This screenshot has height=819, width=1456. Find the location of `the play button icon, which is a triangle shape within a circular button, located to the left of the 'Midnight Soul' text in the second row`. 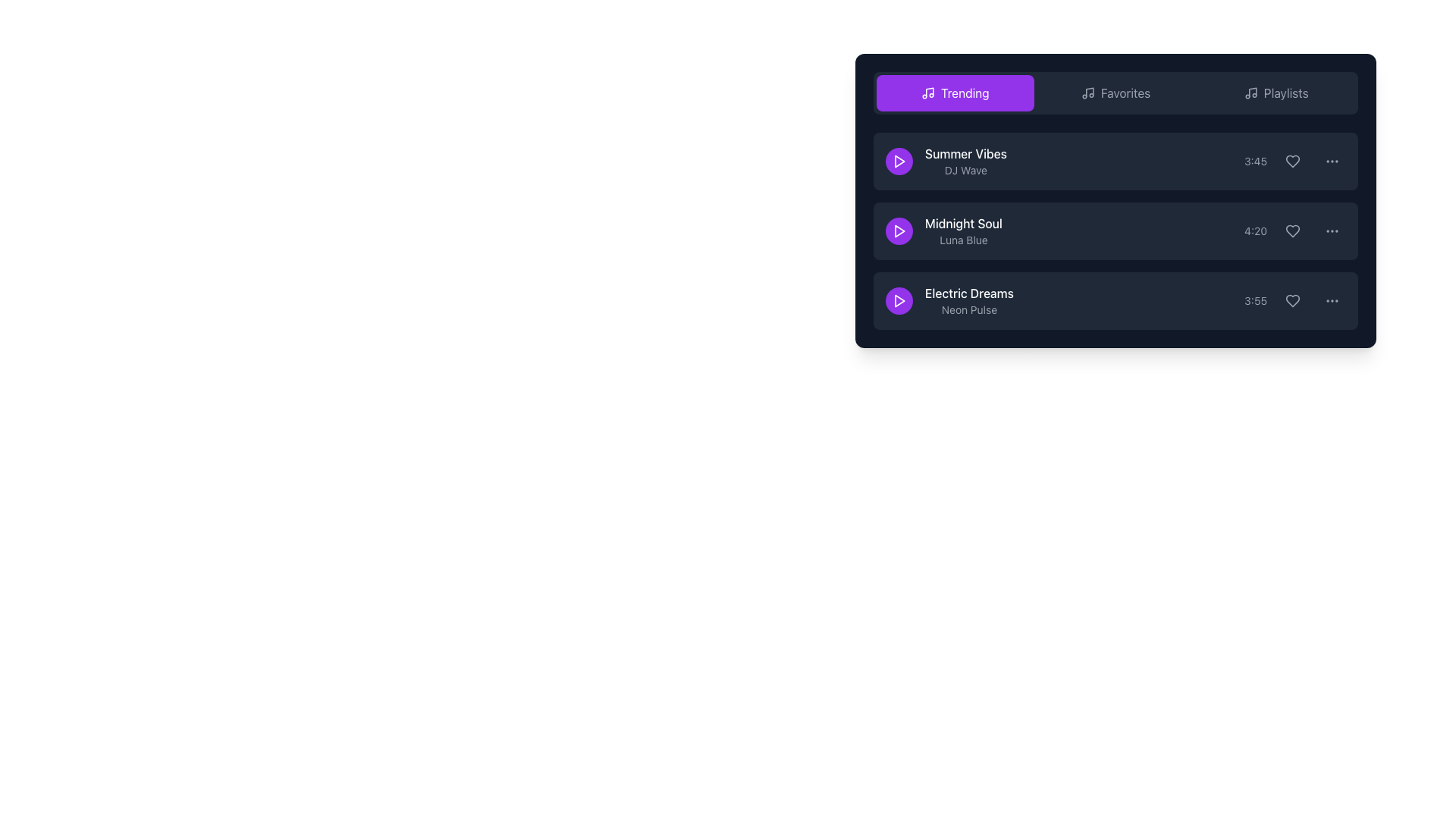

the play button icon, which is a triangle shape within a circular button, located to the left of the 'Midnight Soul' text in the second row is located at coordinates (899, 231).